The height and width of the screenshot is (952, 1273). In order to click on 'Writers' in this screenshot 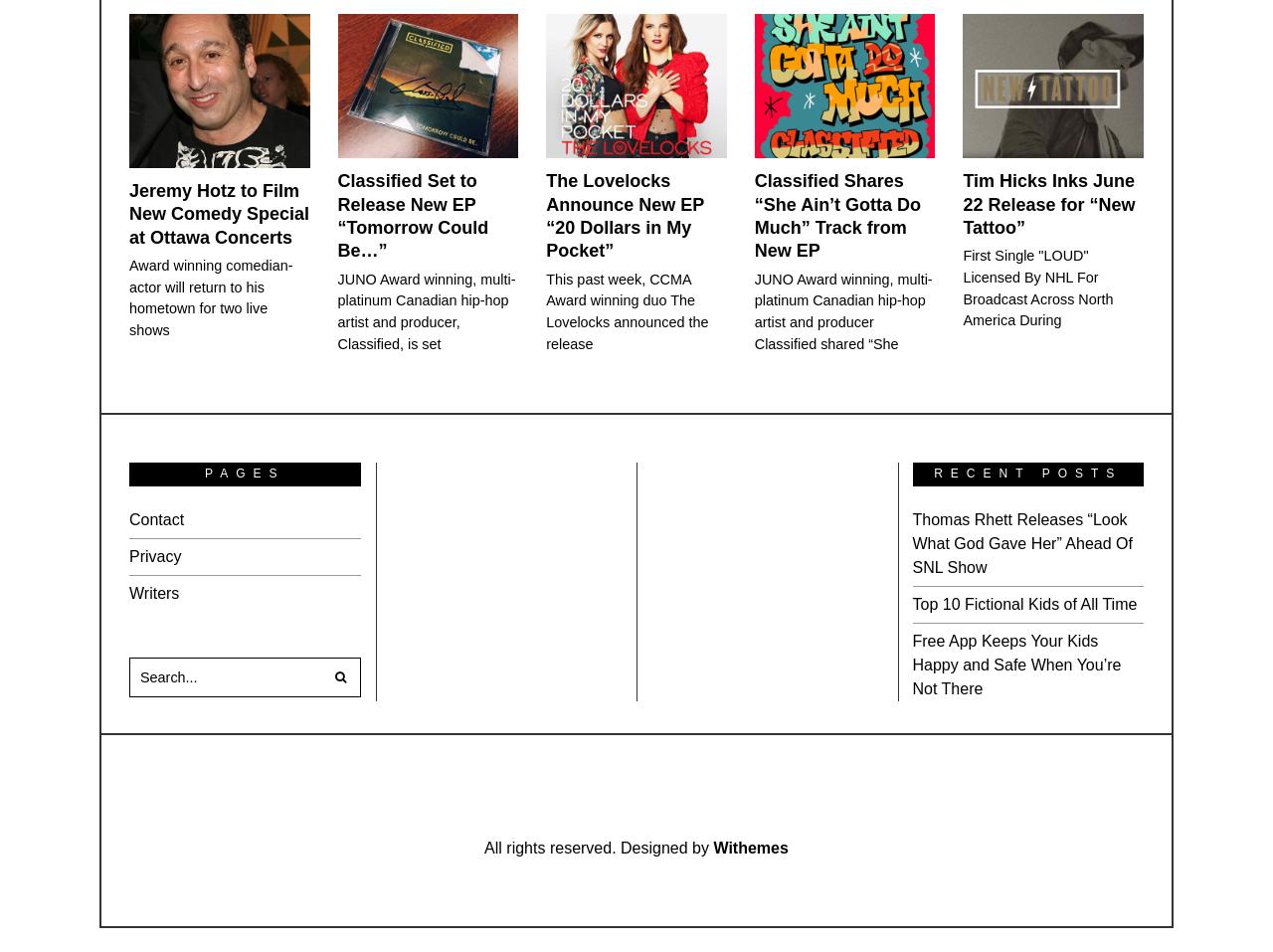, I will do `click(128, 591)`.